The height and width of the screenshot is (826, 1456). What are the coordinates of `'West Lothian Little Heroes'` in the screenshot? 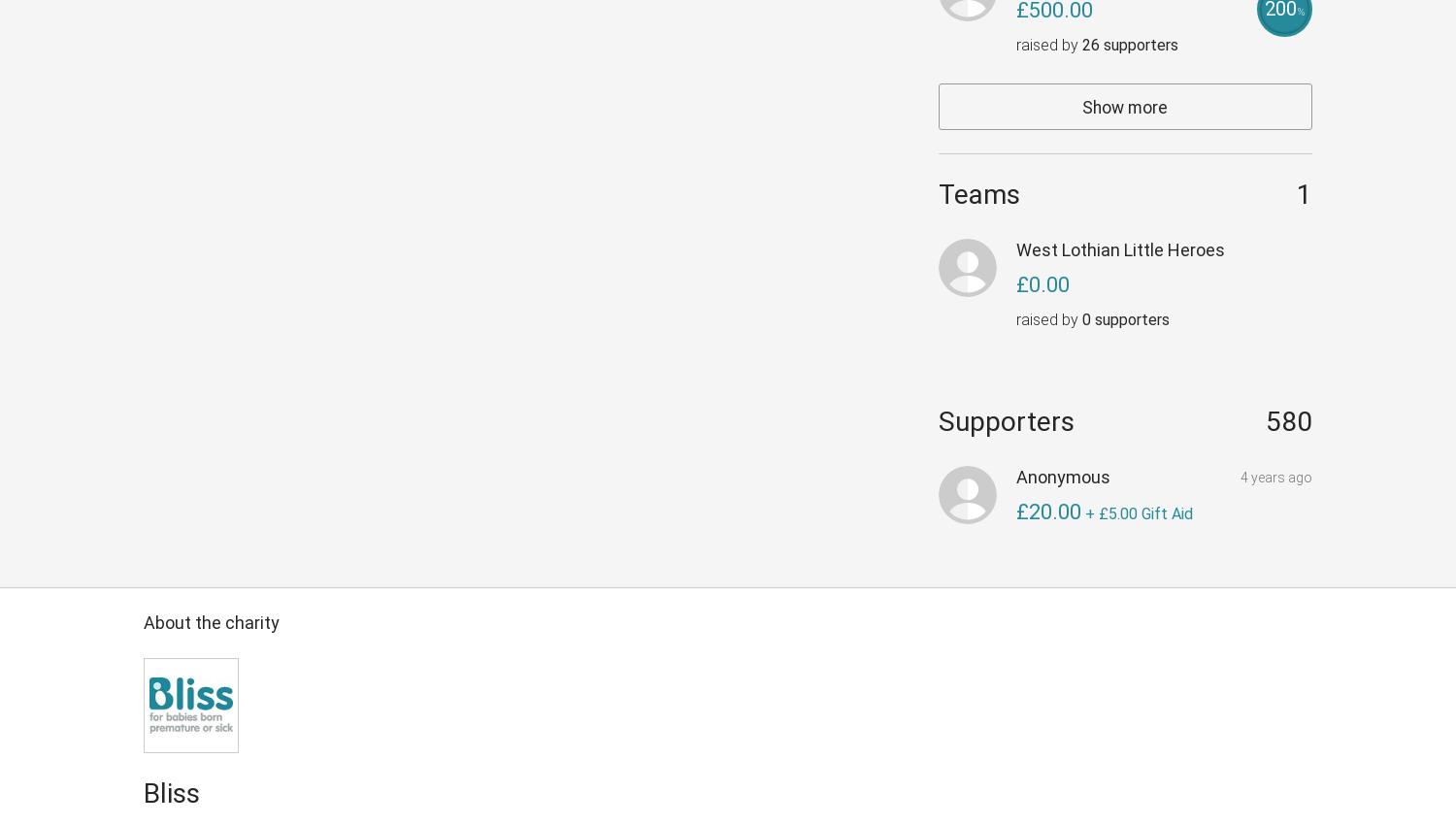 It's located at (1119, 248).